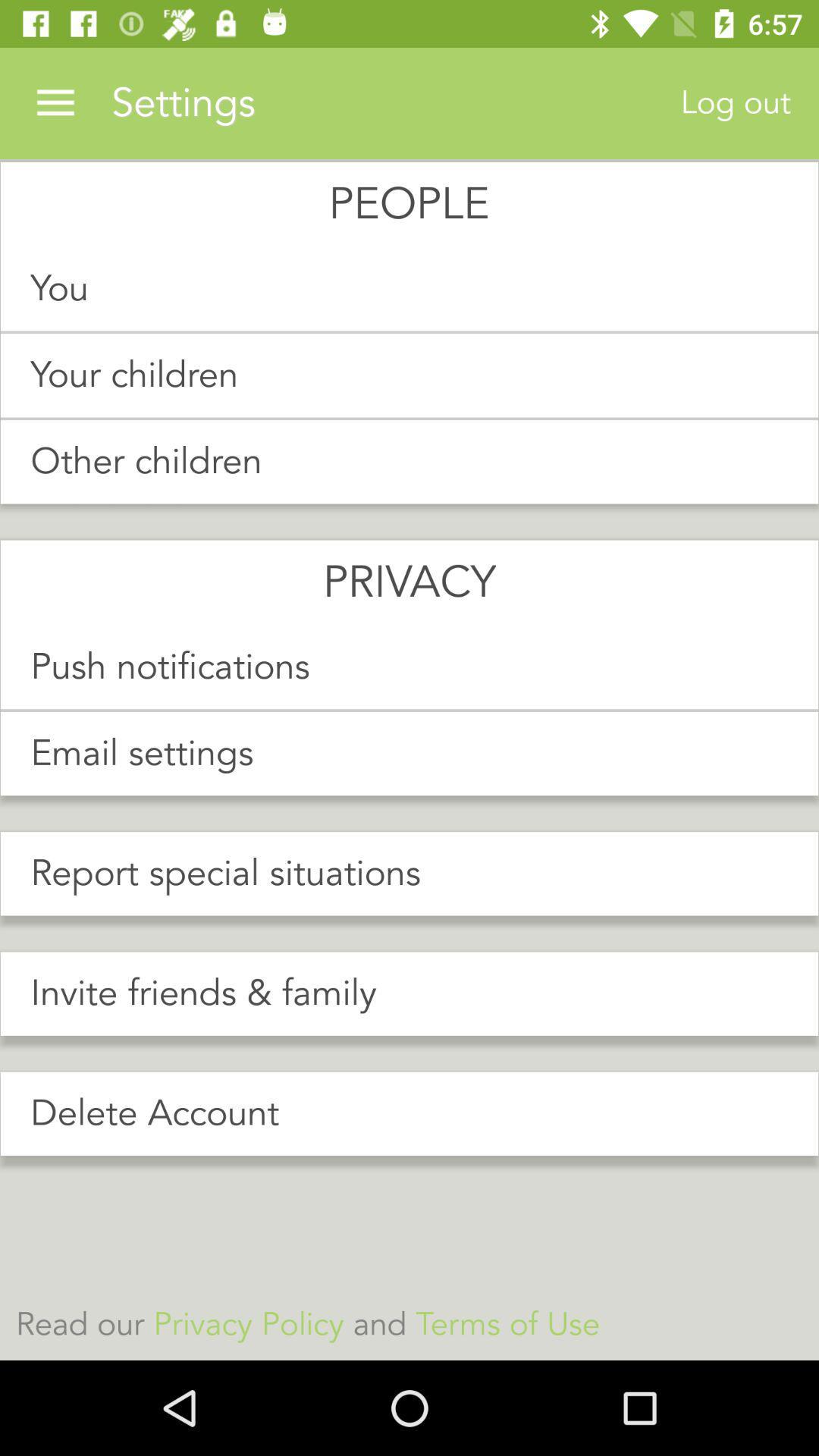 The image size is (819, 1456). What do you see at coordinates (409, 461) in the screenshot?
I see `the other children` at bounding box center [409, 461].